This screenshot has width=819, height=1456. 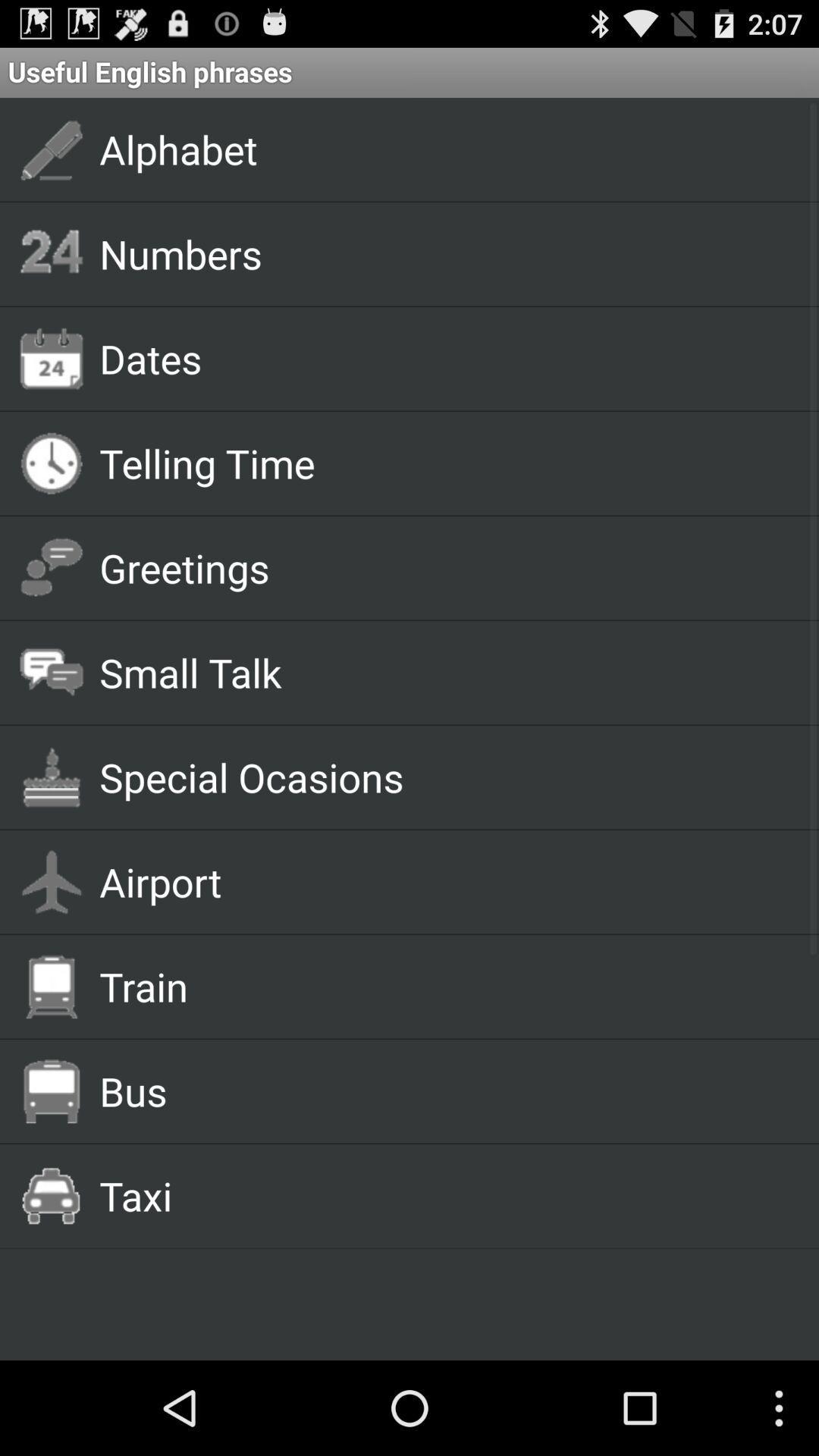 I want to click on small talk, so click(x=441, y=671).